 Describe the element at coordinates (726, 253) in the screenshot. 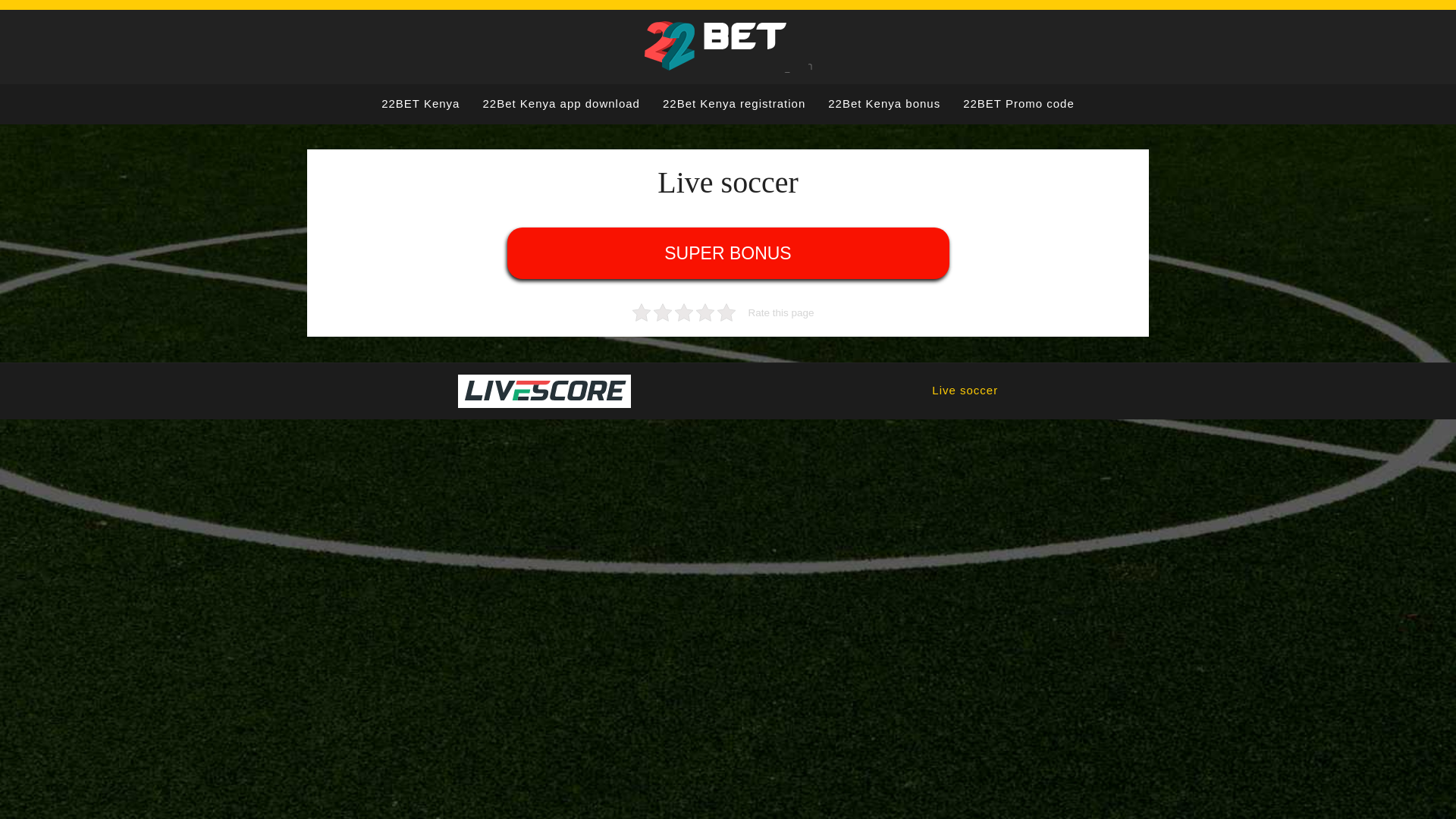

I see `'SUPER BONUS'` at that location.